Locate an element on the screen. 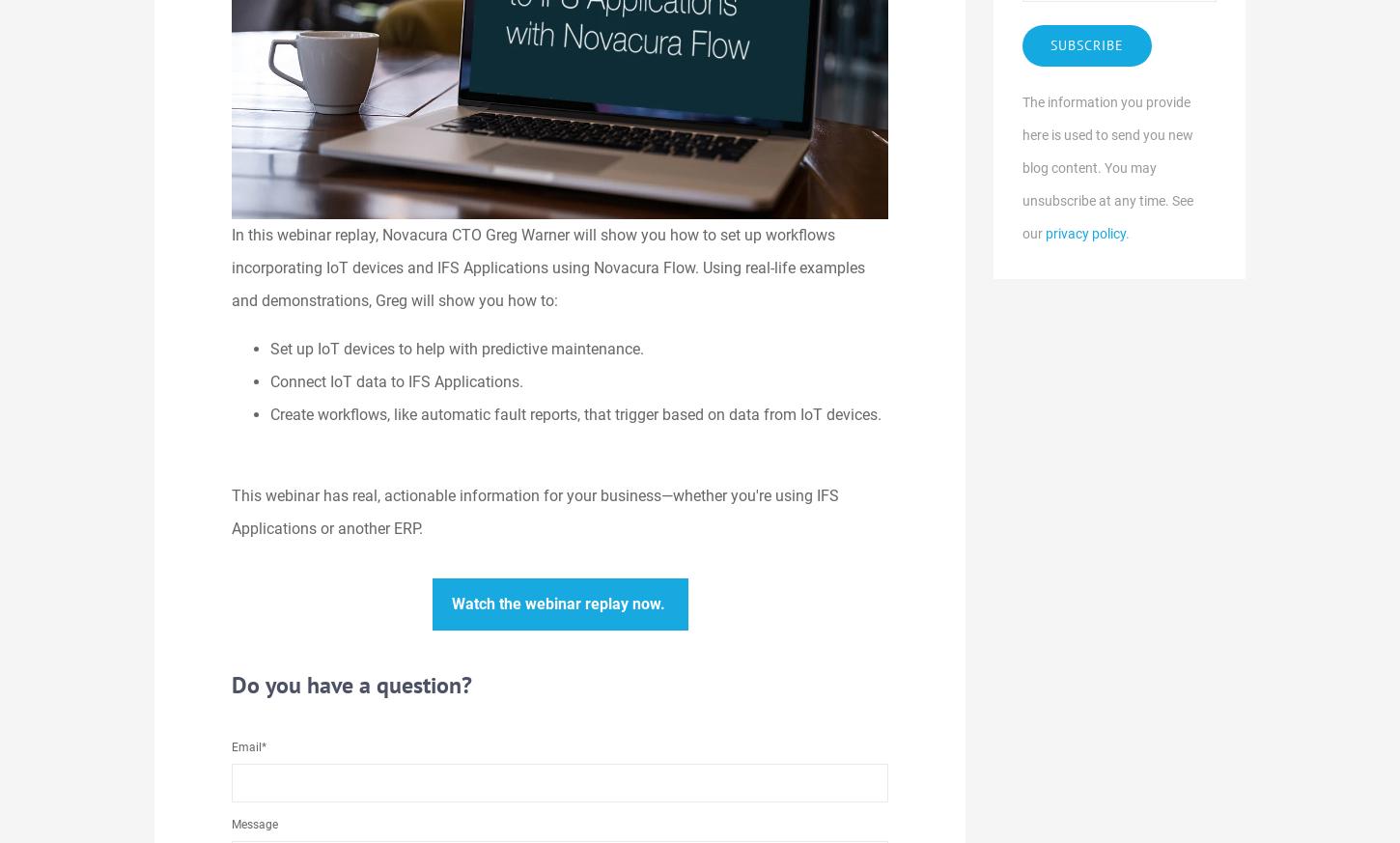 The height and width of the screenshot is (843, 1400). 'Create workflows, like automatic fault reports, that trigger based on data from IoT devices.' is located at coordinates (575, 412).